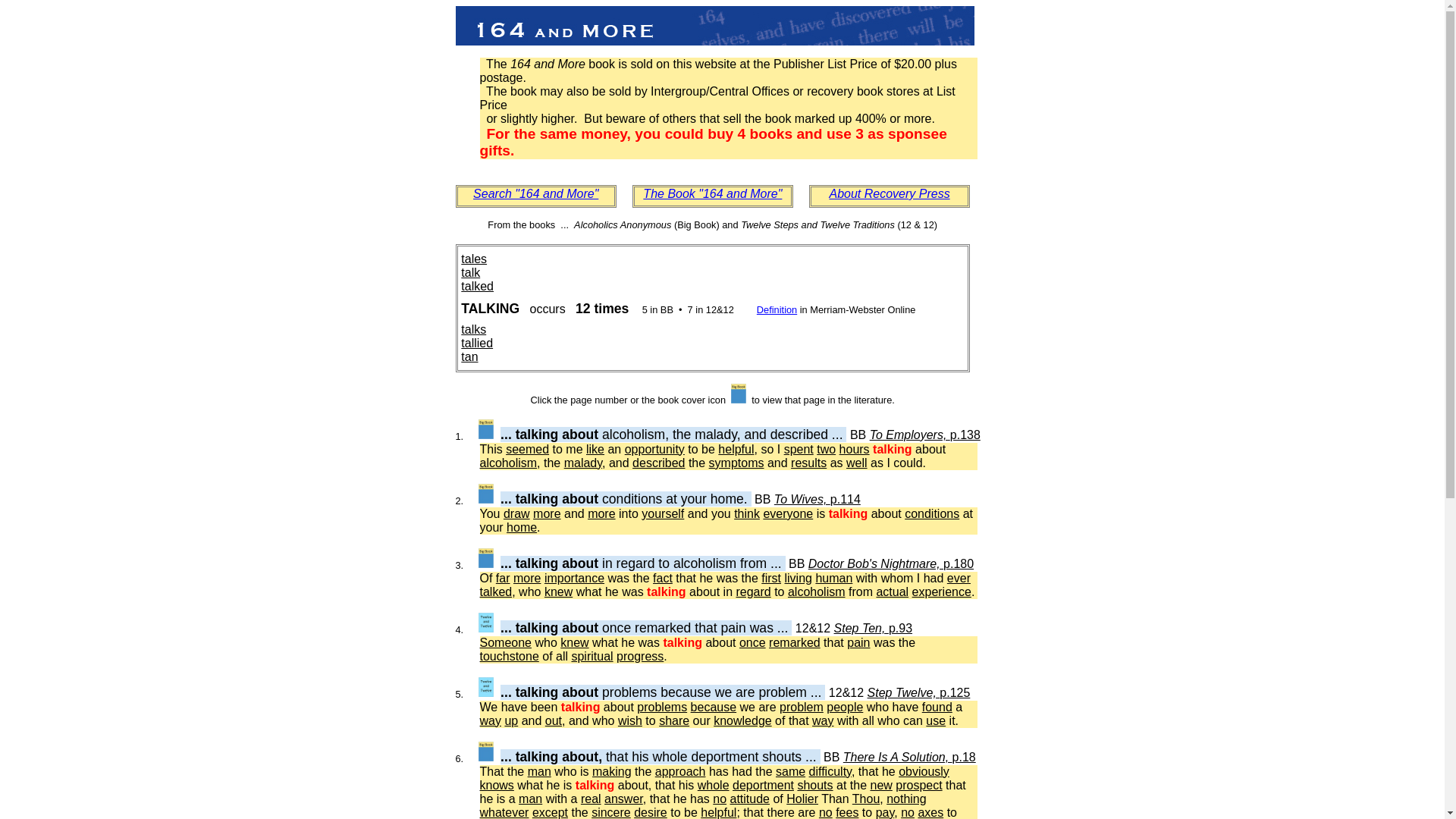 The height and width of the screenshot is (819, 1456). Describe the element at coordinates (530, 798) in the screenshot. I see `'man'` at that location.